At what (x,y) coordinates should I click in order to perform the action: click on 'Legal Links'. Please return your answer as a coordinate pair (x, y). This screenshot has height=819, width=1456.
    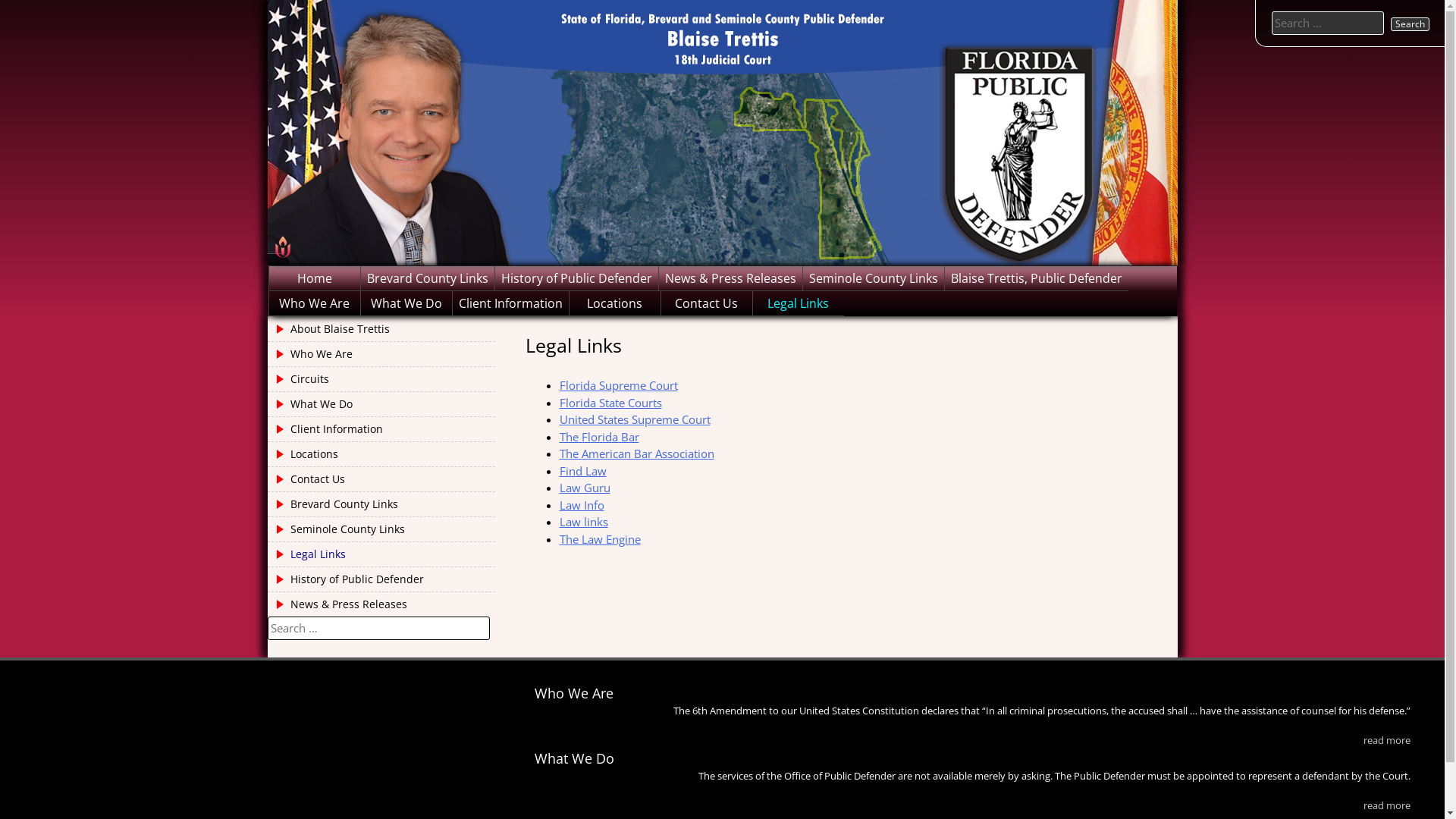
    Looking at the image, I should click on (381, 554).